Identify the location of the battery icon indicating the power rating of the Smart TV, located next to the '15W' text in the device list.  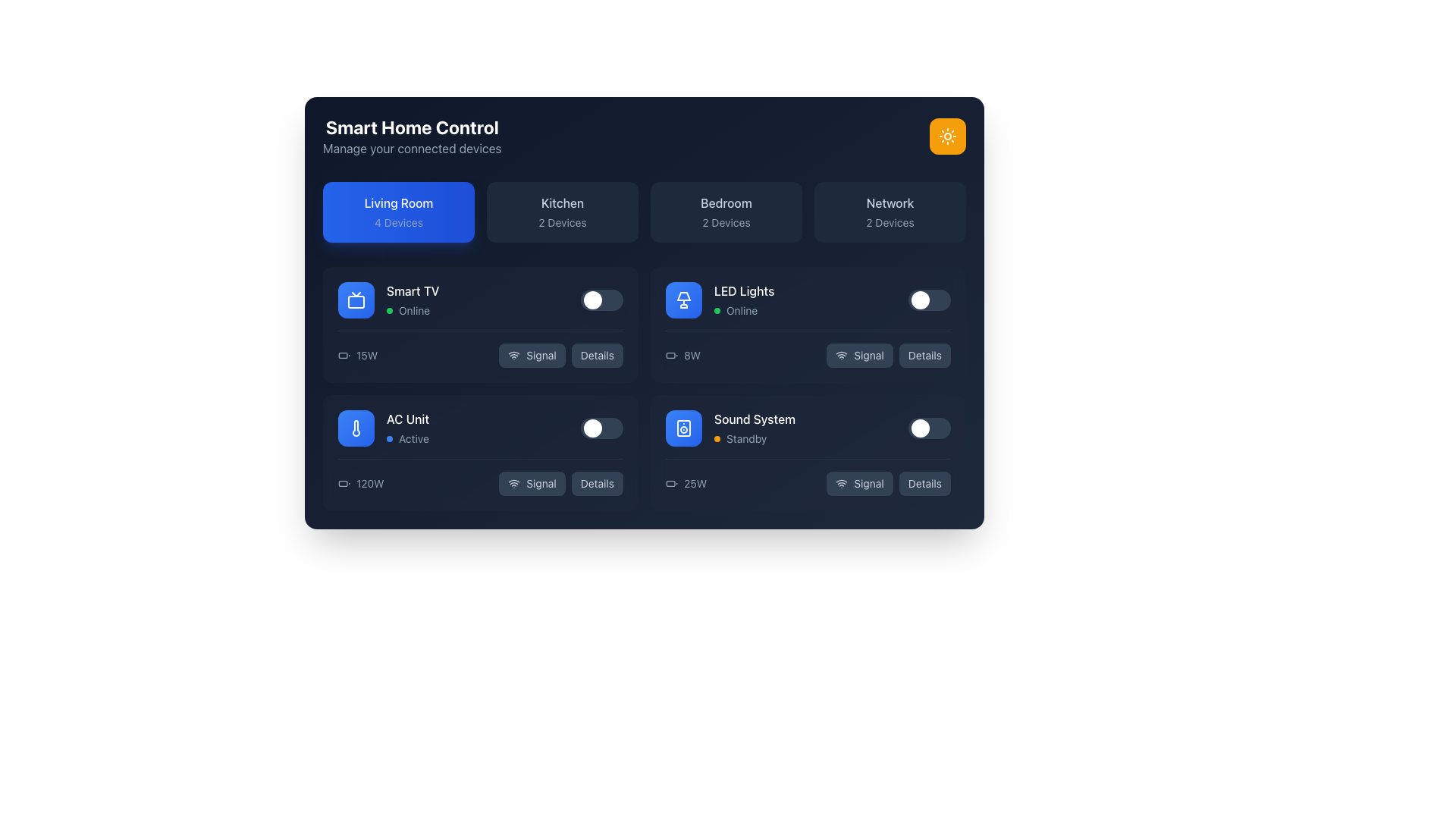
(344, 356).